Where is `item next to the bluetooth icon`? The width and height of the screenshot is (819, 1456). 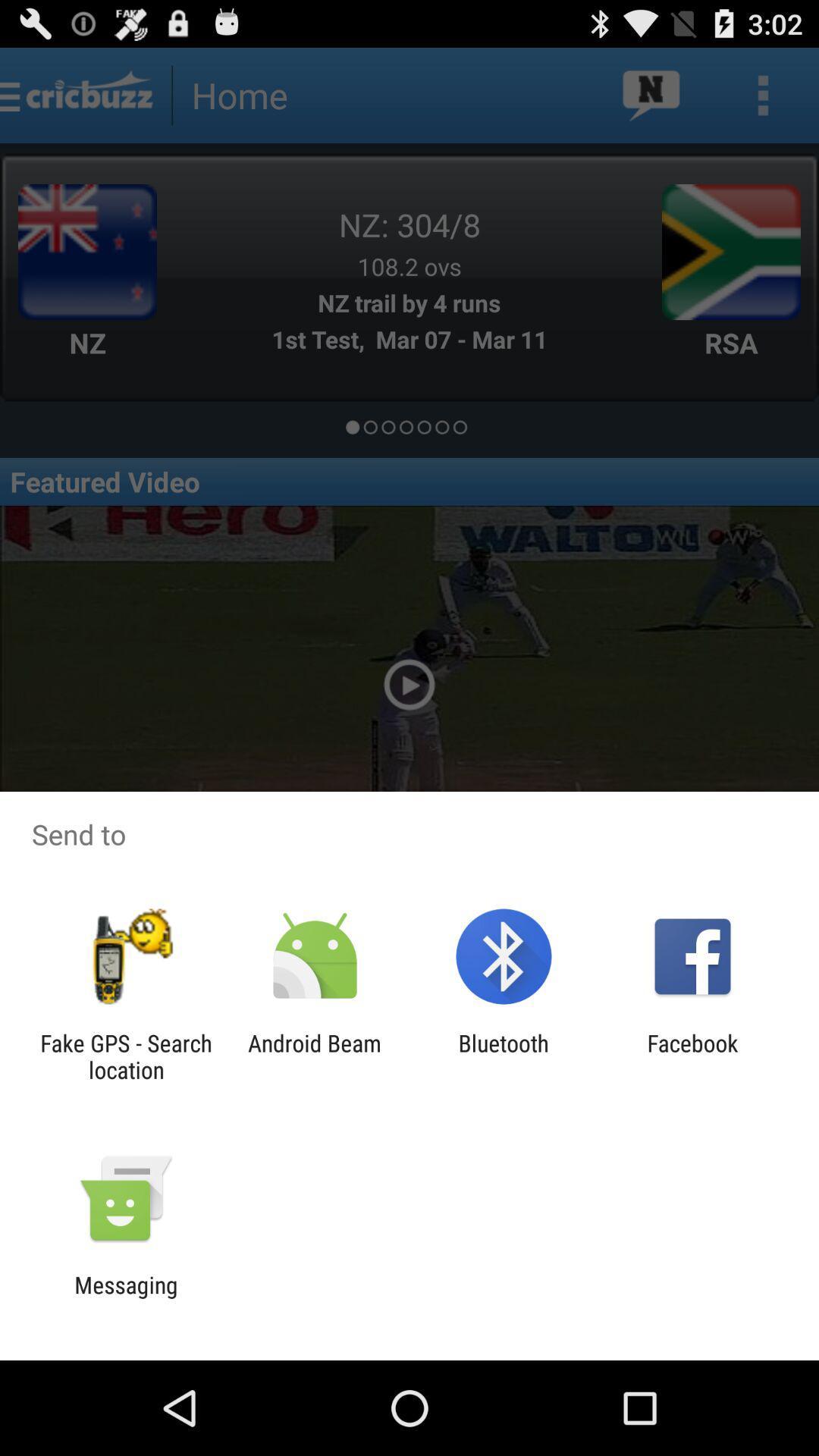
item next to the bluetooth icon is located at coordinates (692, 1056).